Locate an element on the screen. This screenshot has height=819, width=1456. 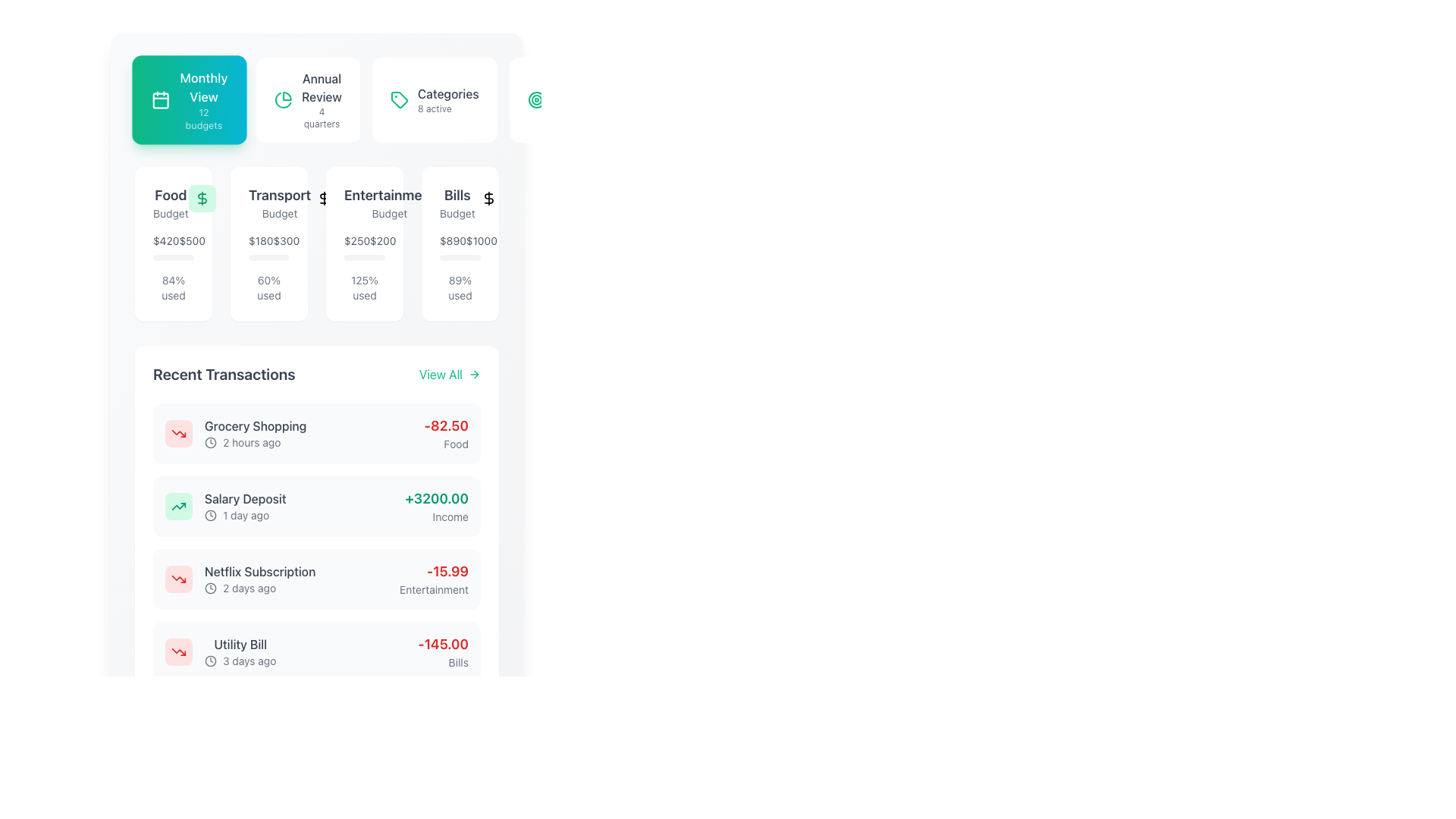
the second slice of the pie chart icon located in the top-right navigation section, next to the 'Annual Review' tab is located at coordinates (283, 100).